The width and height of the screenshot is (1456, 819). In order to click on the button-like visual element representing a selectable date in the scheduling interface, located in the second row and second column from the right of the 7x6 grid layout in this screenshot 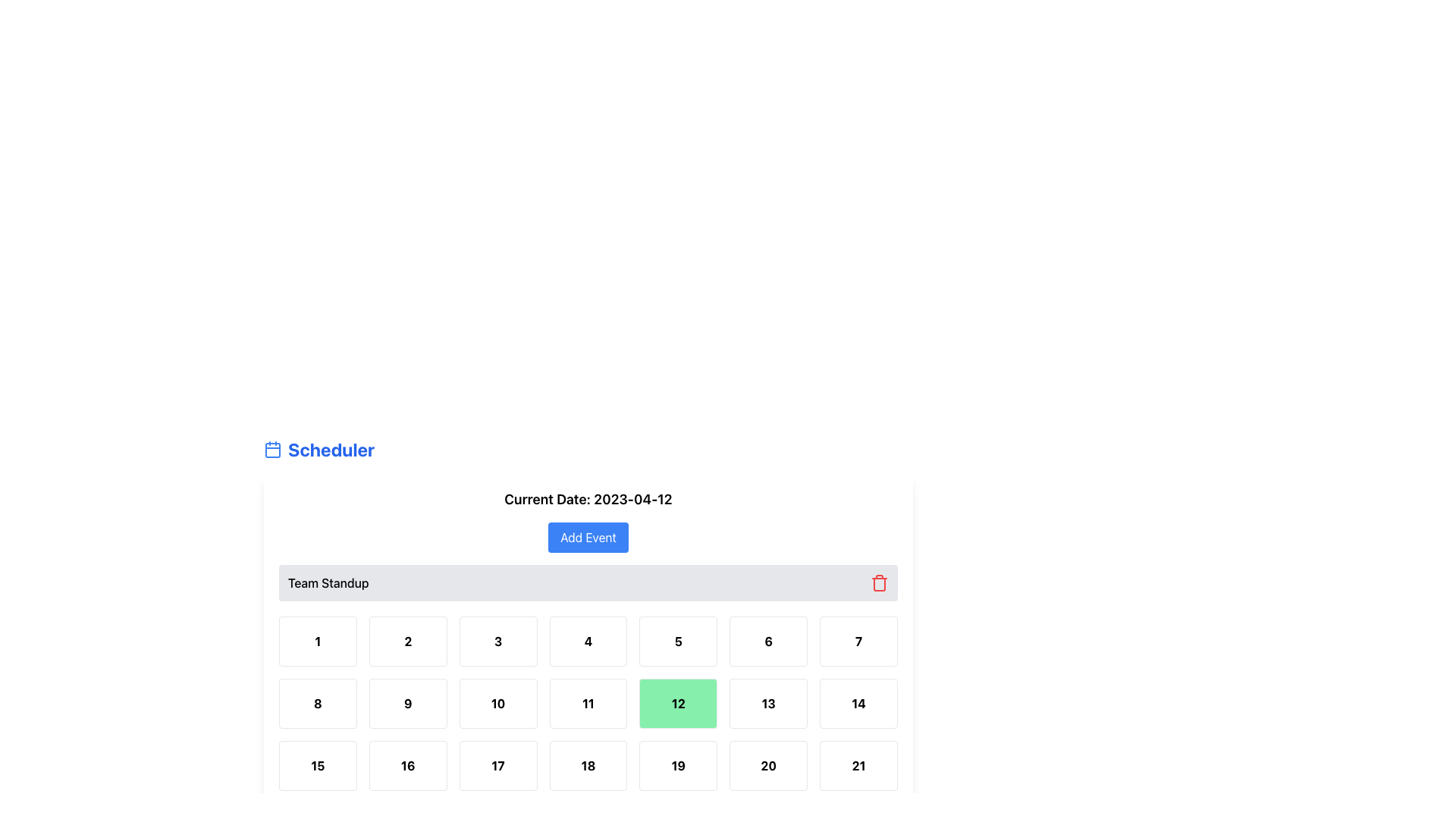, I will do `click(768, 704)`.